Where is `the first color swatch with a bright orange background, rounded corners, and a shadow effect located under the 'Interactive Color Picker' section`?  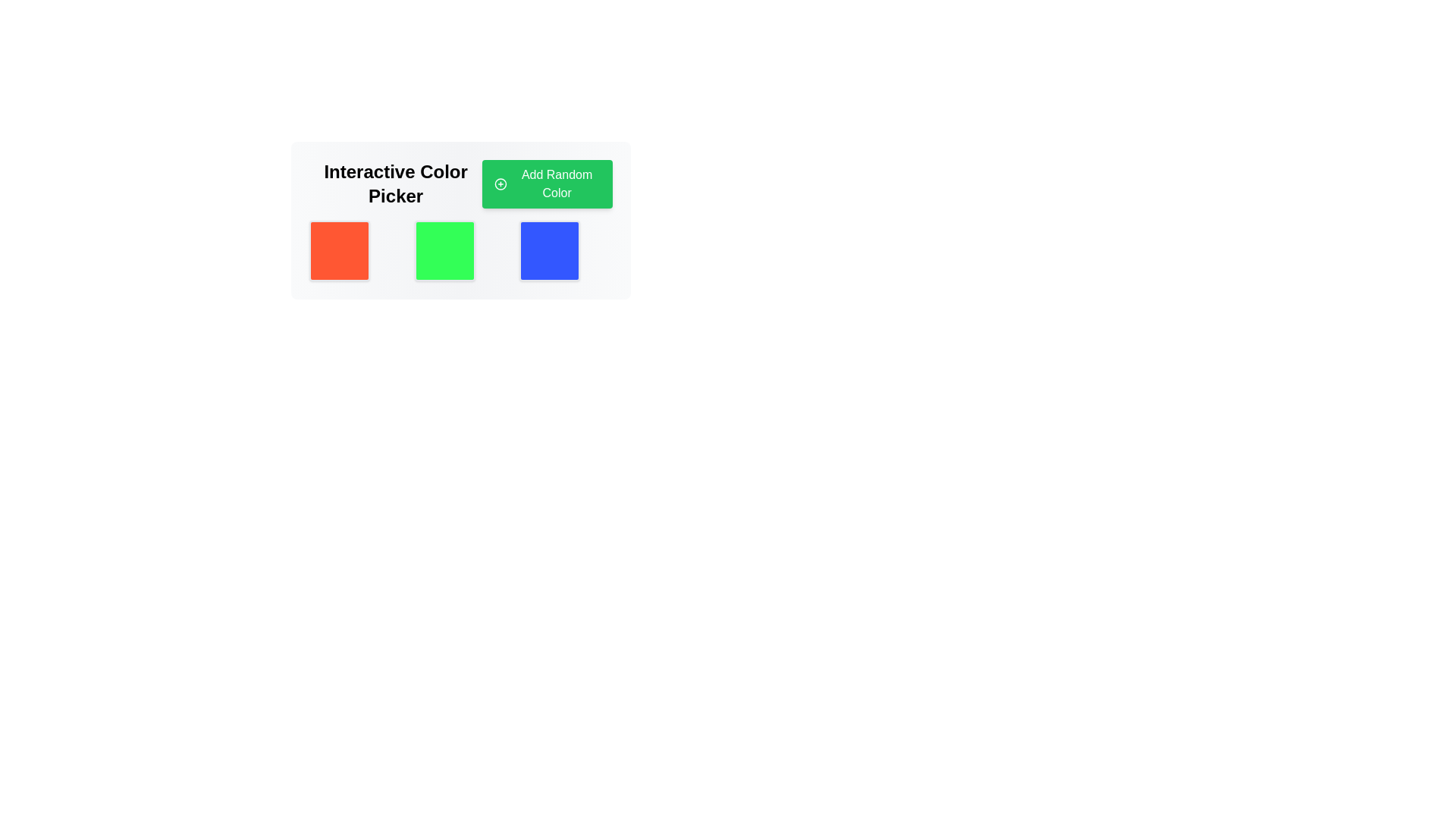 the first color swatch with a bright orange background, rounded corners, and a shadow effect located under the 'Interactive Color Picker' section is located at coordinates (338, 250).